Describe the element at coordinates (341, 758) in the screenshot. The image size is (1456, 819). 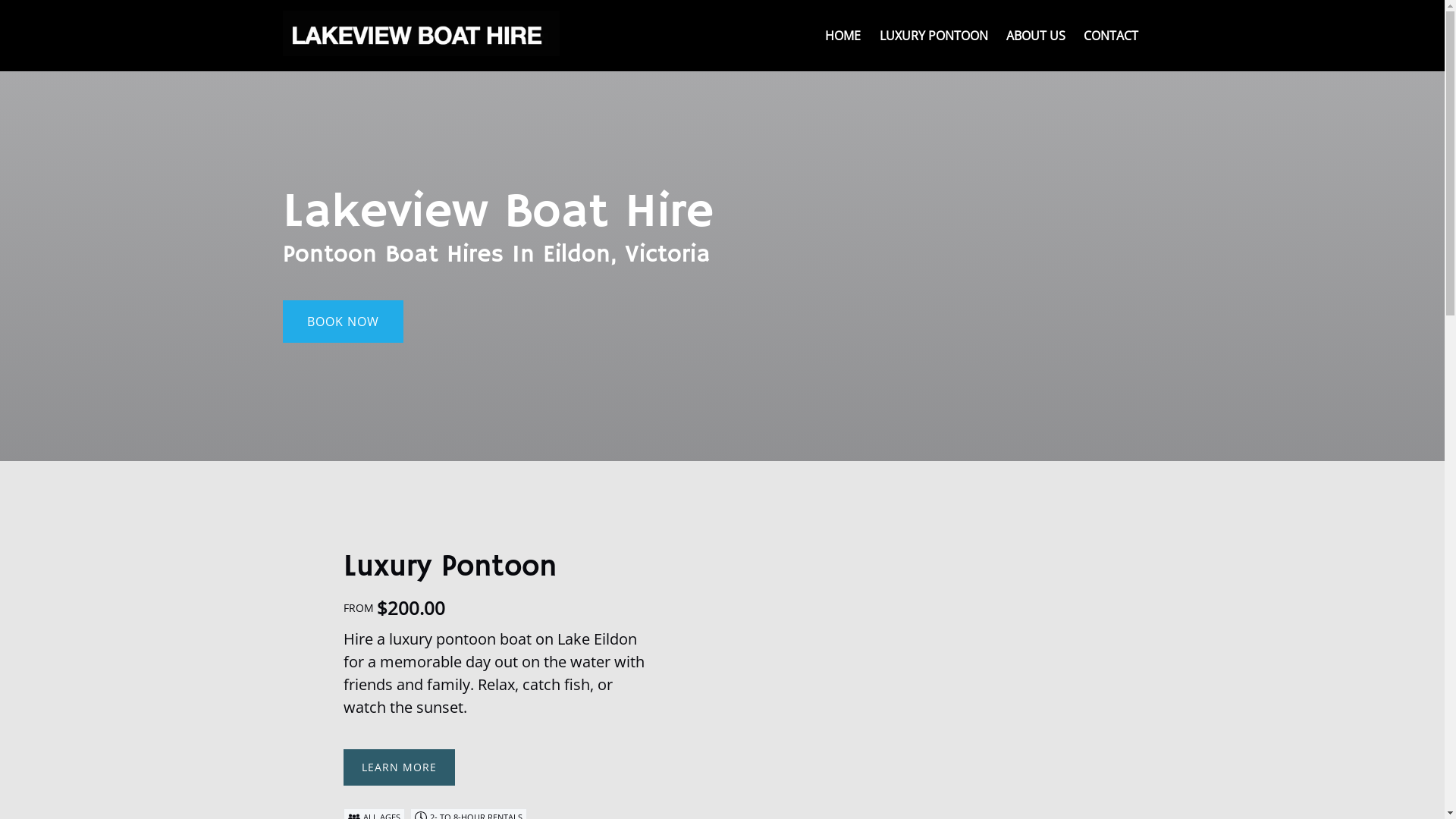
I see `'LEARN MORE'` at that location.